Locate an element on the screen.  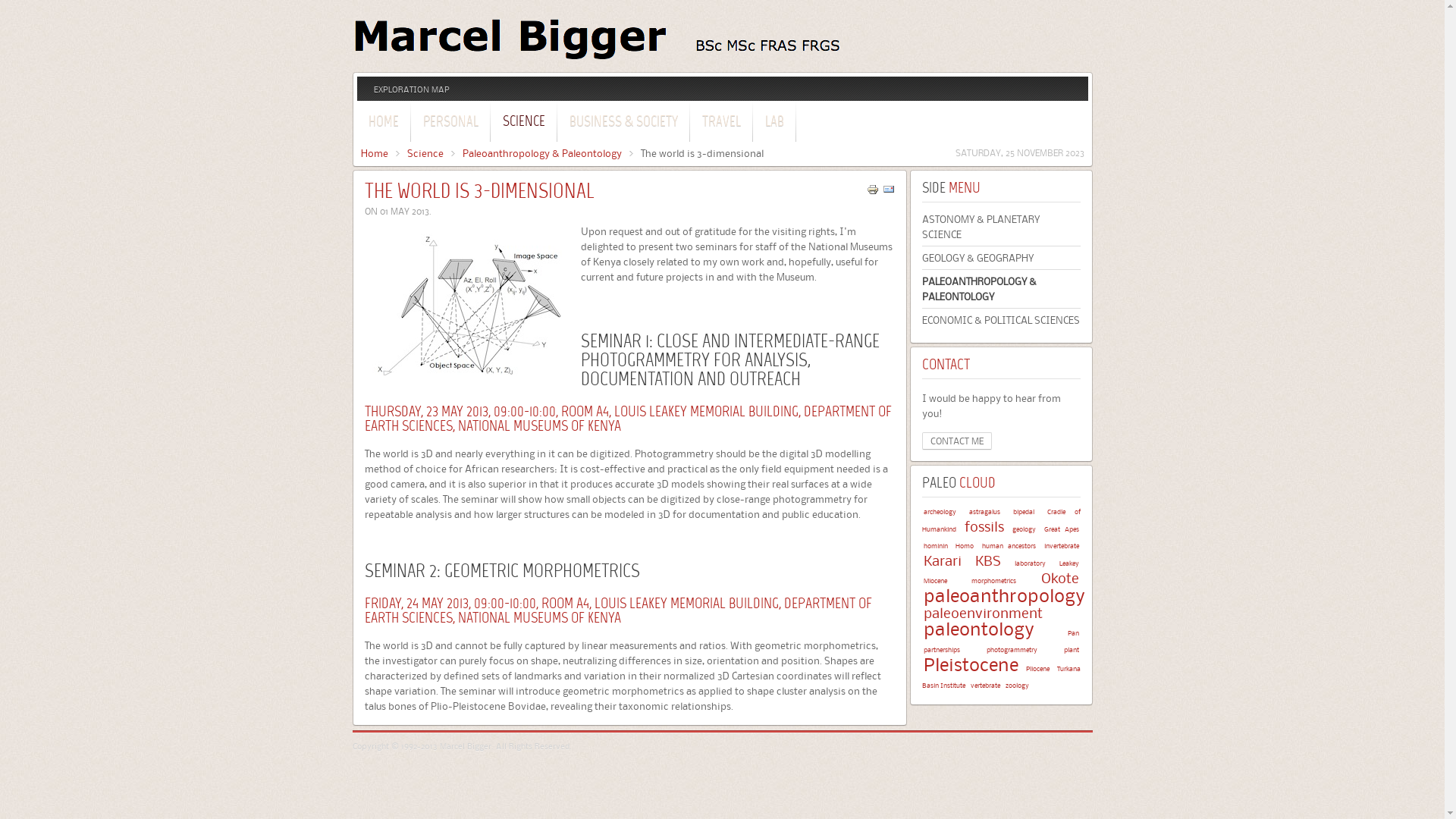
'fossils' is located at coordinates (984, 526).